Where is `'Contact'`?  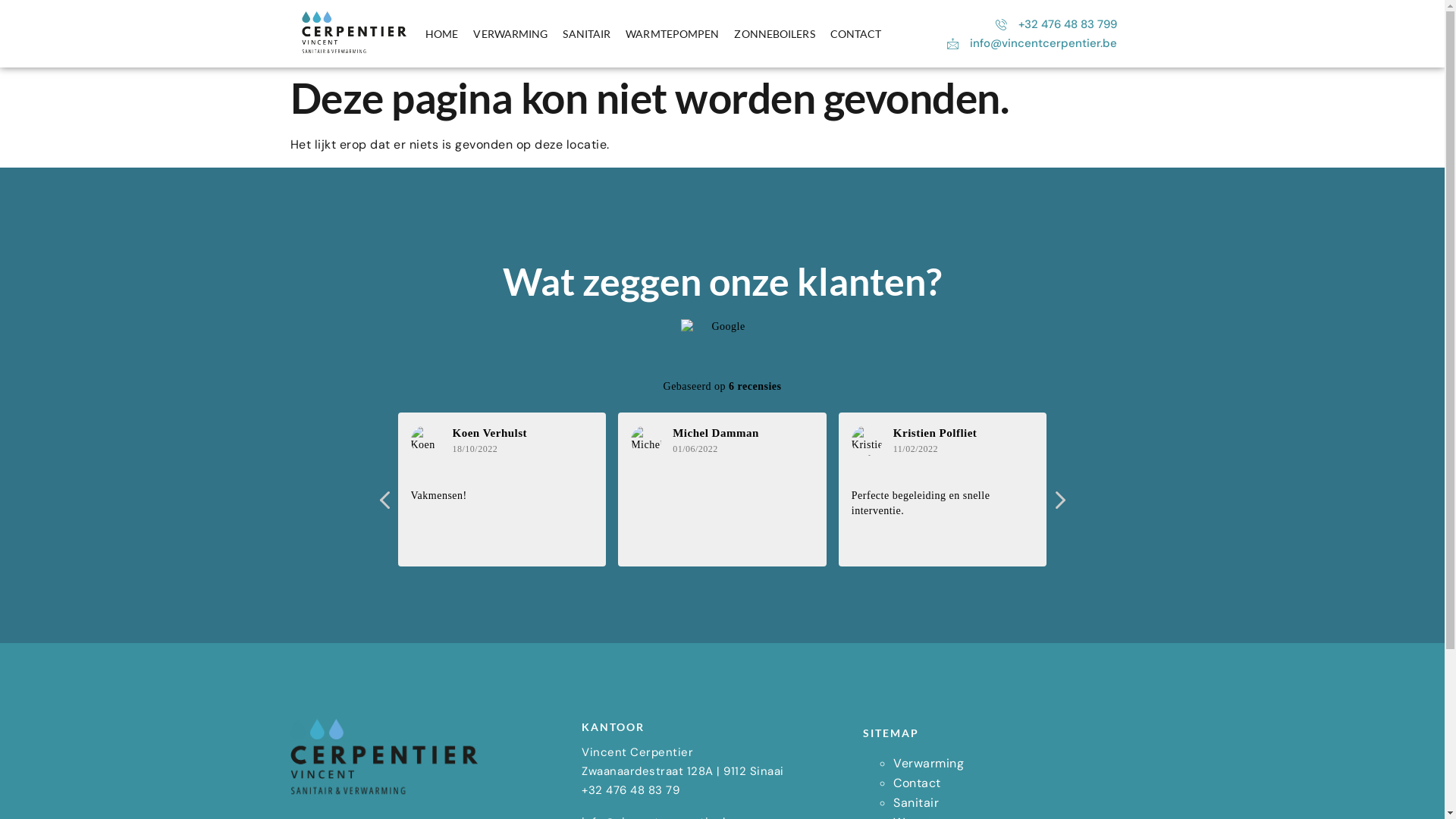
'Contact' is located at coordinates (916, 783).